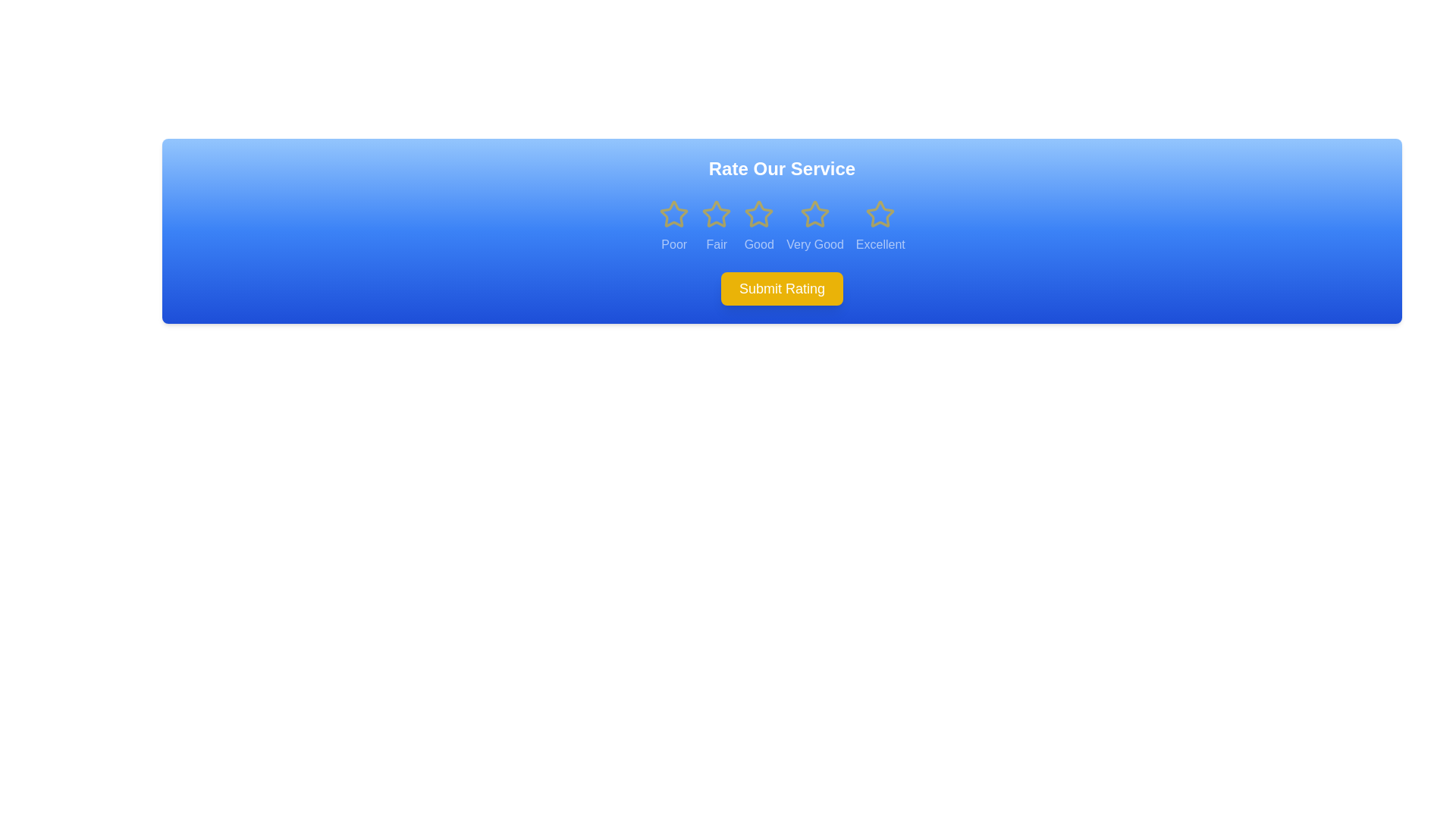 The height and width of the screenshot is (819, 1456). What do you see at coordinates (759, 214) in the screenshot?
I see `the third blue star icon in the row beneath 'Rate Our Service'` at bounding box center [759, 214].